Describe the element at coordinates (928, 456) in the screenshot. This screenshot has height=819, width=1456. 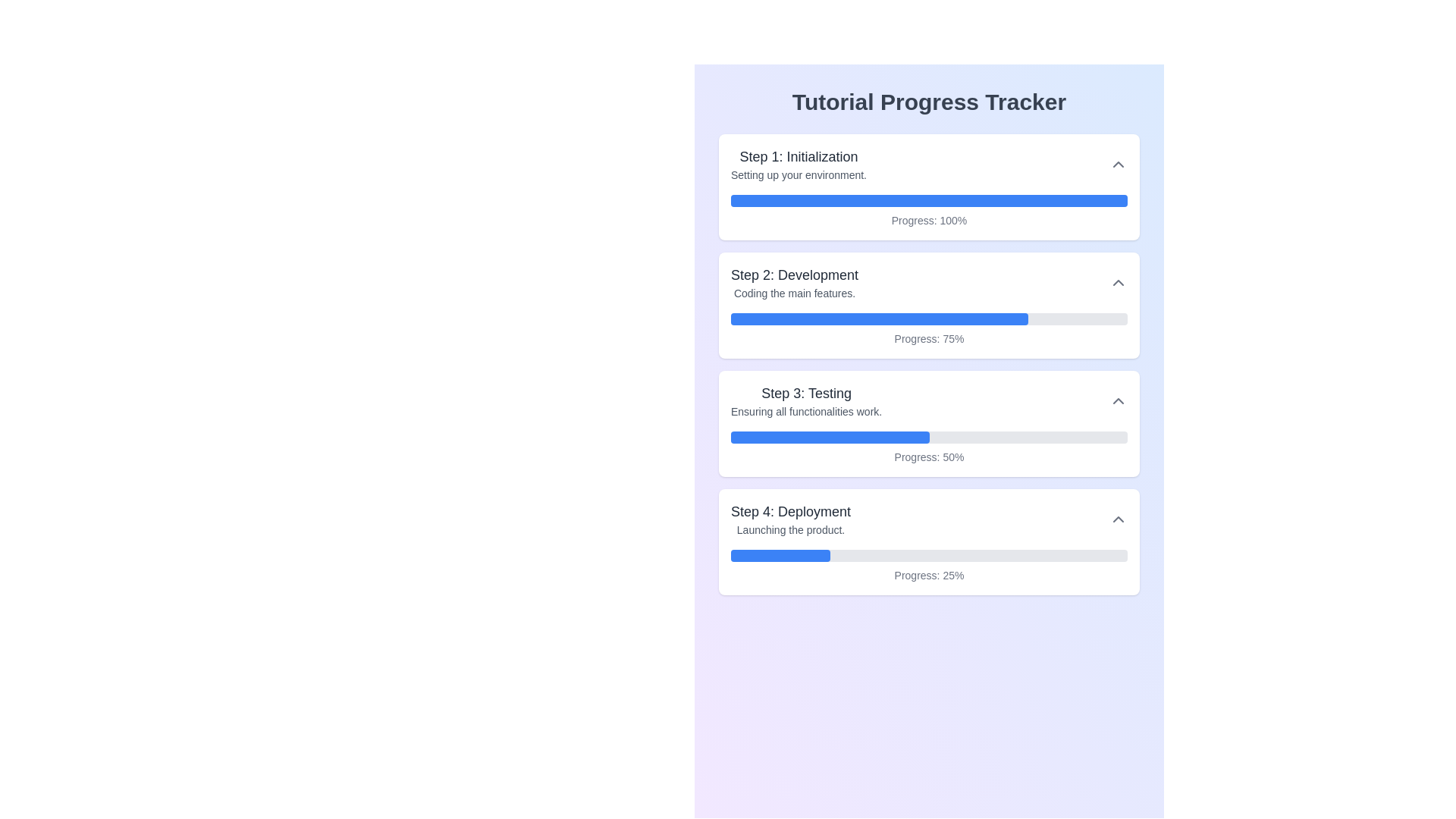
I see `the text label that displays the current progress percentage, located beneath the 50%-filled progress bar in the 'Step 3: Testing' section` at that location.